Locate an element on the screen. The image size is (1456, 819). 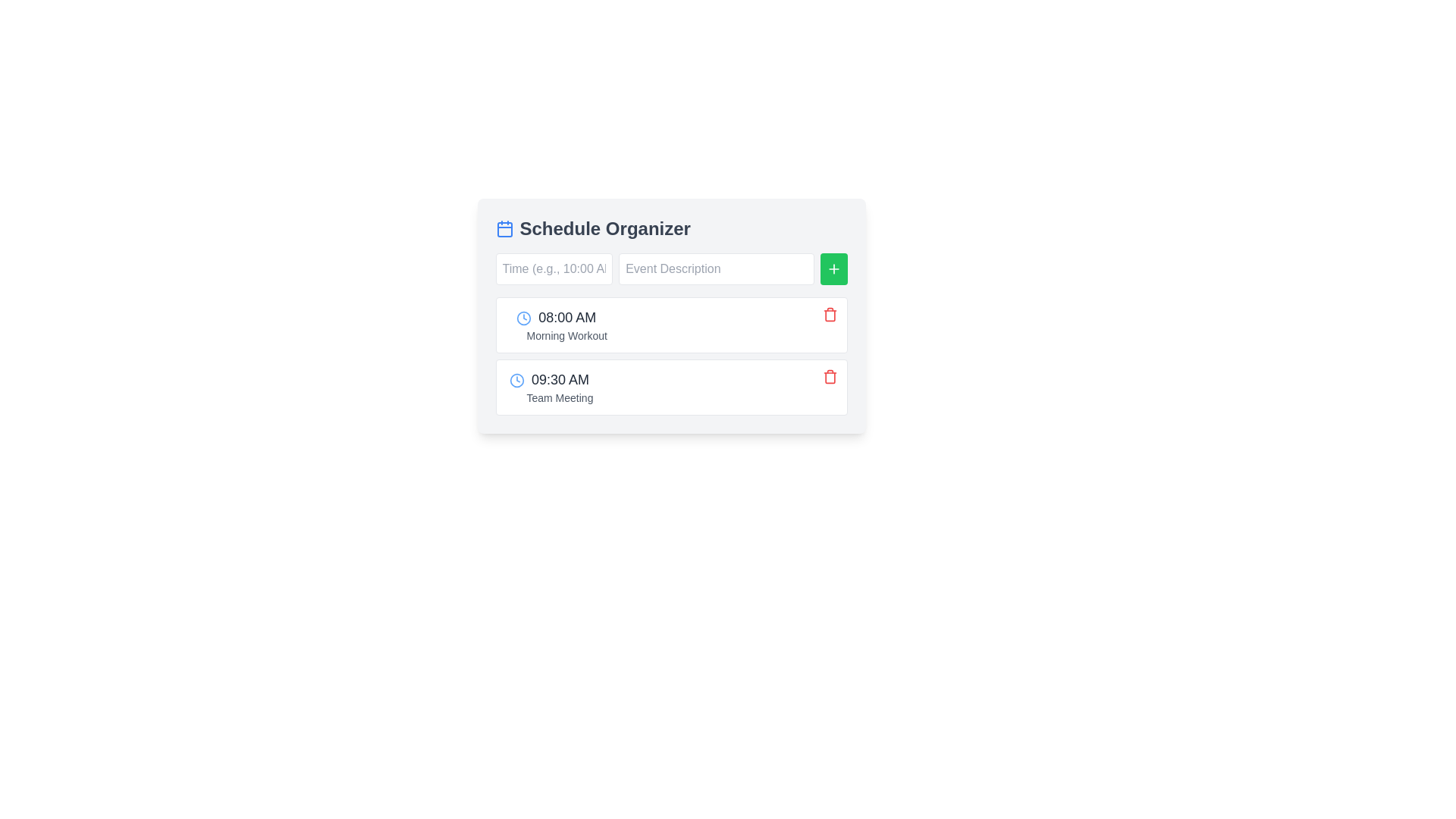
the second event entry in the schedule list, which displays '09:30 AM Team Meeting' and includes a clock icon and a delete button, by clicking on it is located at coordinates (670, 386).